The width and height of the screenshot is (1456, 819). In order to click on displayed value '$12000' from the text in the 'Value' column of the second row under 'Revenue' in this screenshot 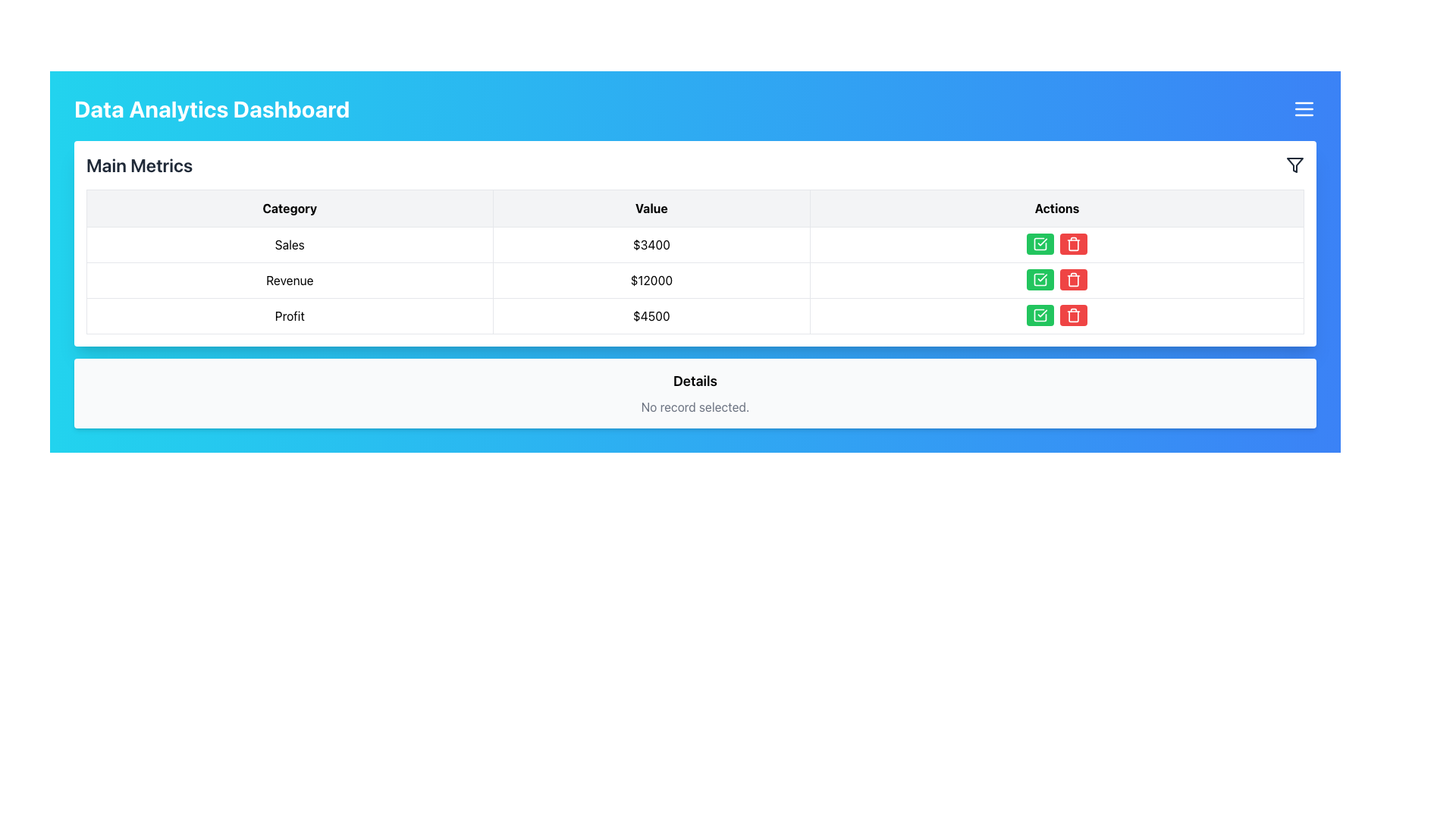, I will do `click(651, 281)`.